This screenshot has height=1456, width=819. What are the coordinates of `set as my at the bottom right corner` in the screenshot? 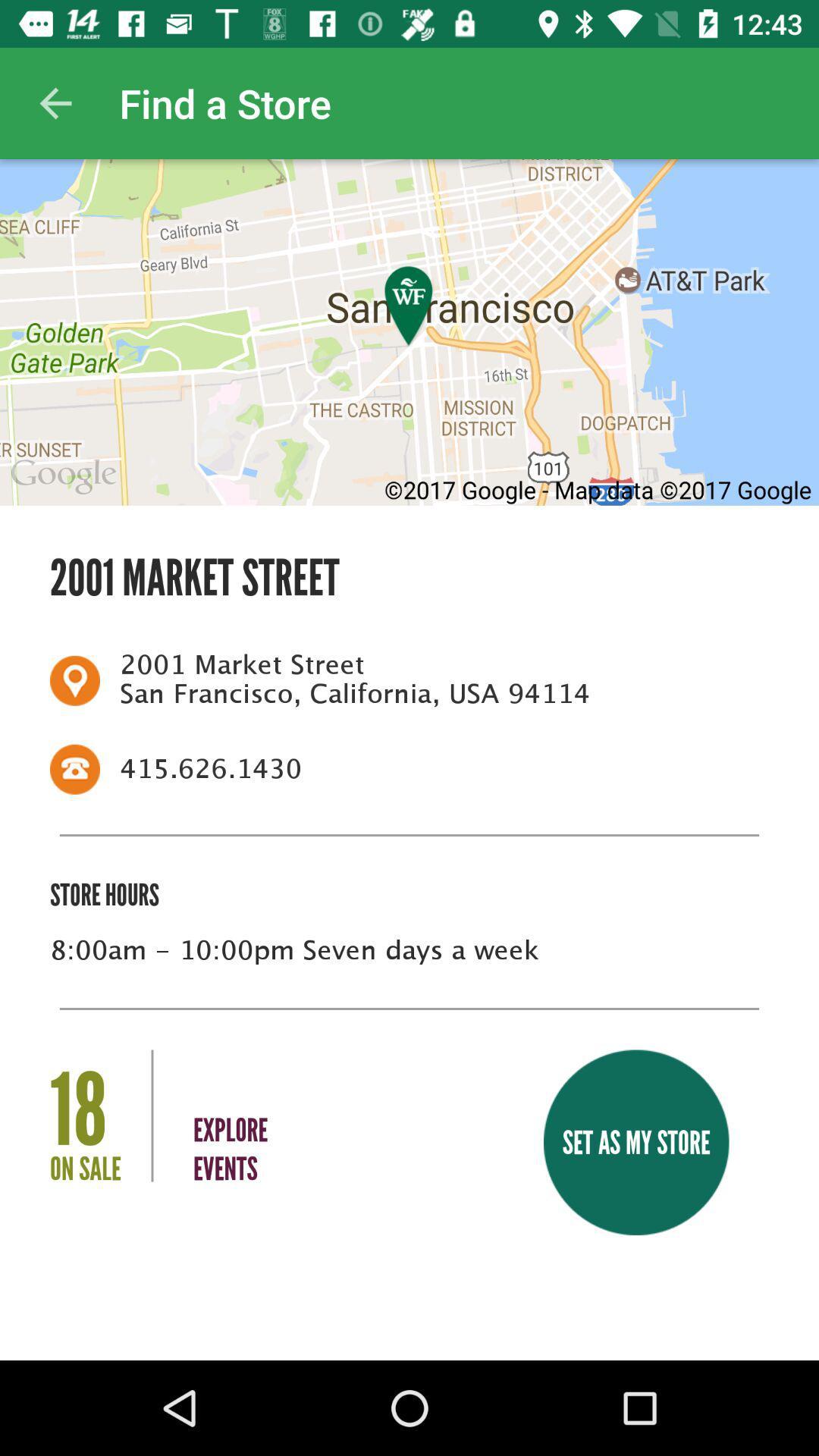 It's located at (636, 1142).